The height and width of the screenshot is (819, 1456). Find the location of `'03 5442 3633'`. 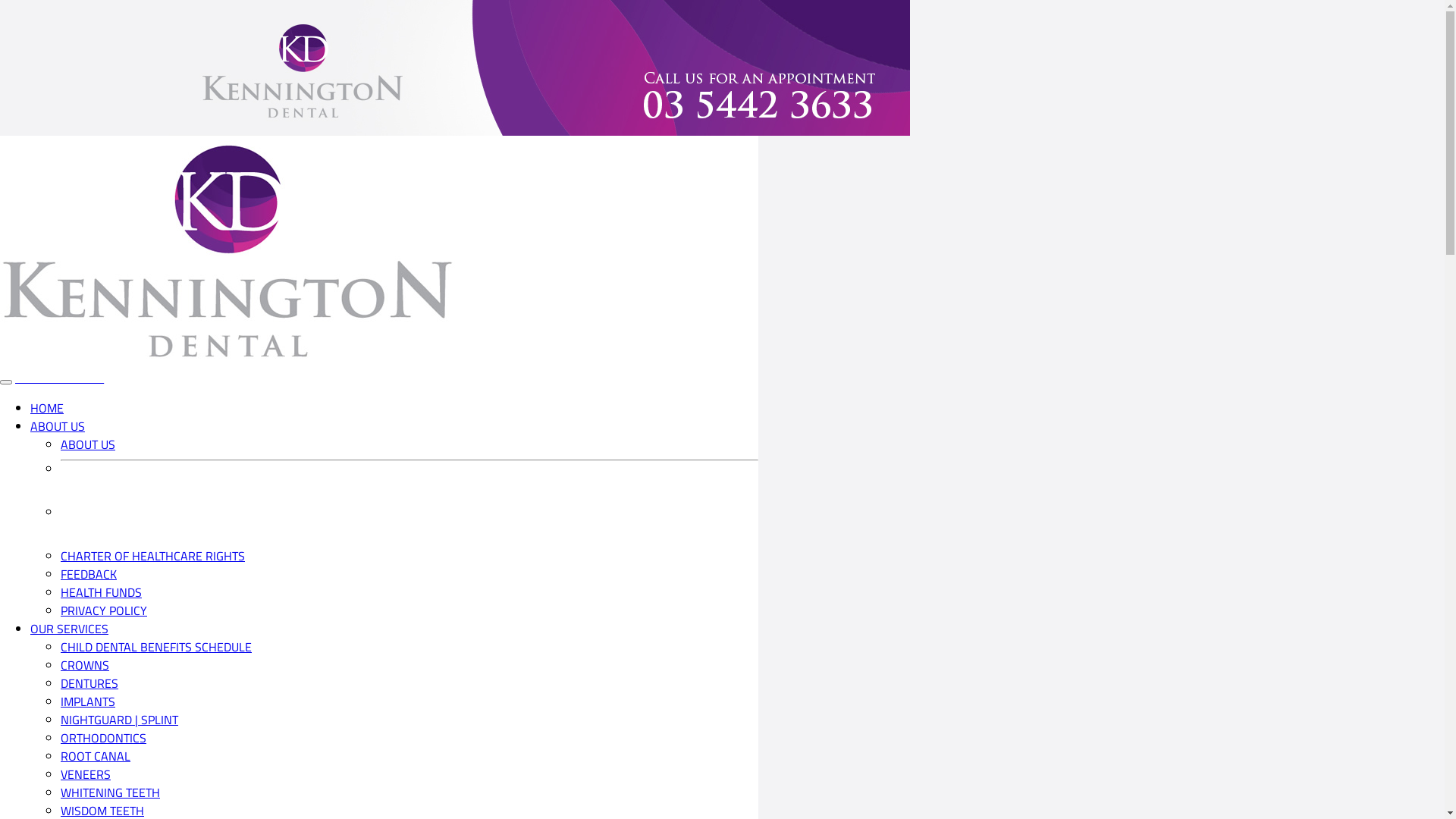

'03 5442 3633' is located at coordinates (59, 376).